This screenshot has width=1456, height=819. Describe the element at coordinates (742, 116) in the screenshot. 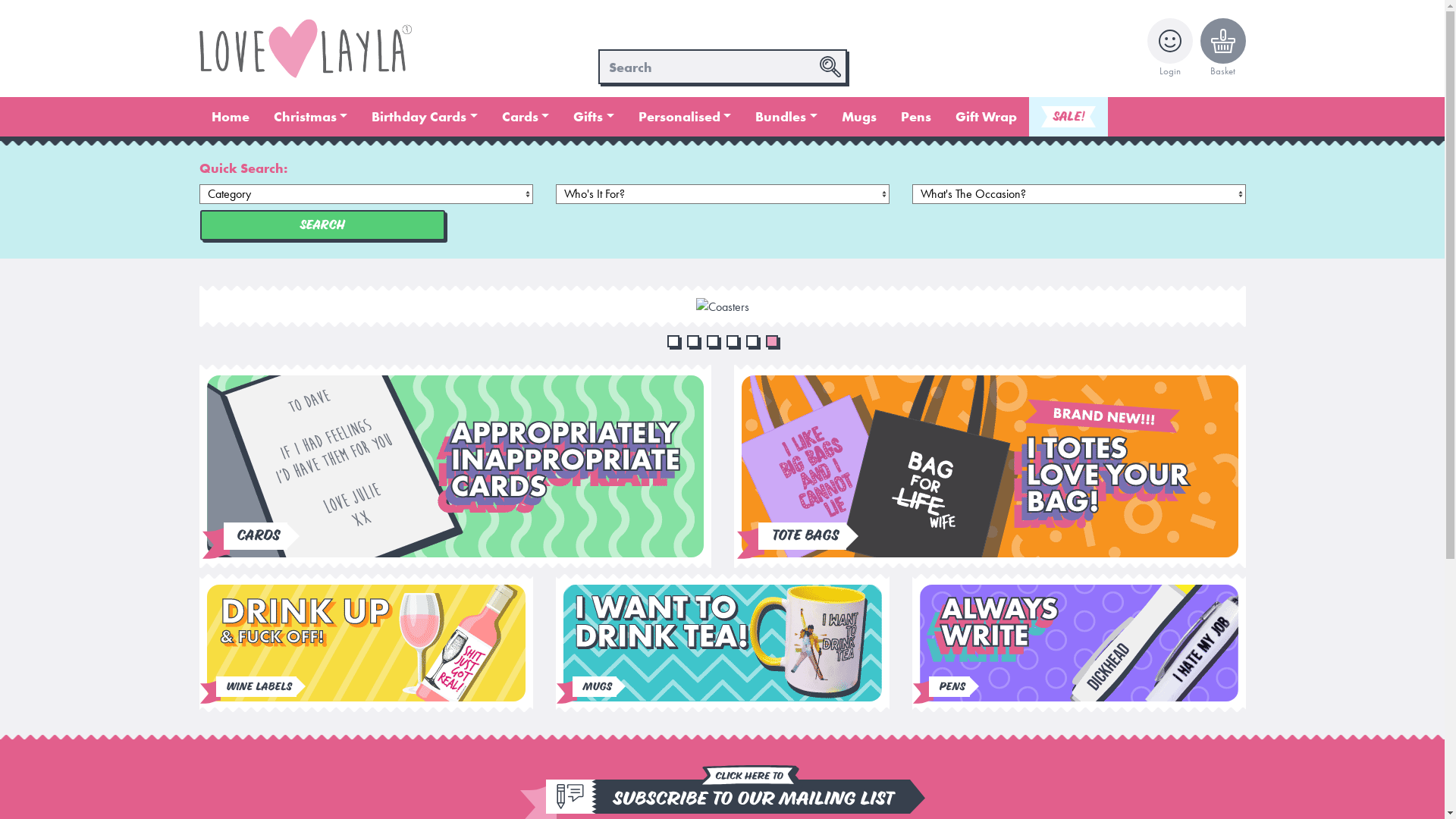

I see `'Bundles'` at that location.